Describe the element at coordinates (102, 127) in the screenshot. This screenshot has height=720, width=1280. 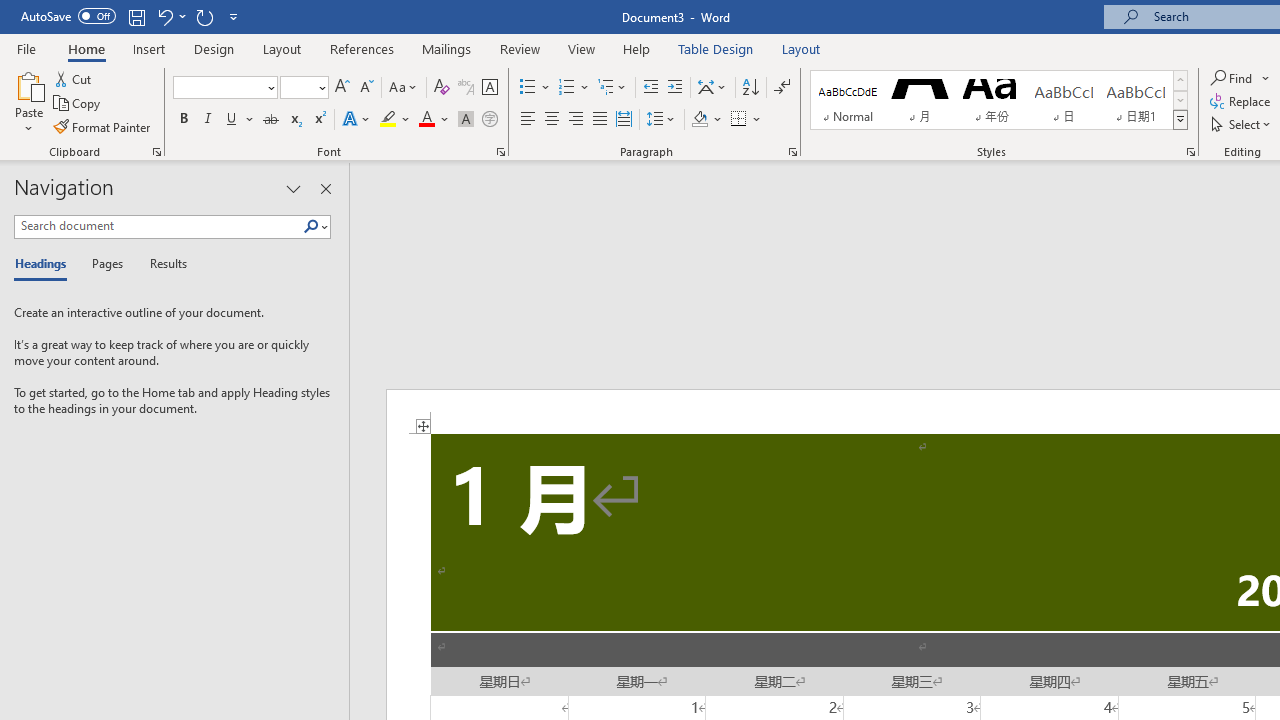
I see `'Format Painter'` at that location.